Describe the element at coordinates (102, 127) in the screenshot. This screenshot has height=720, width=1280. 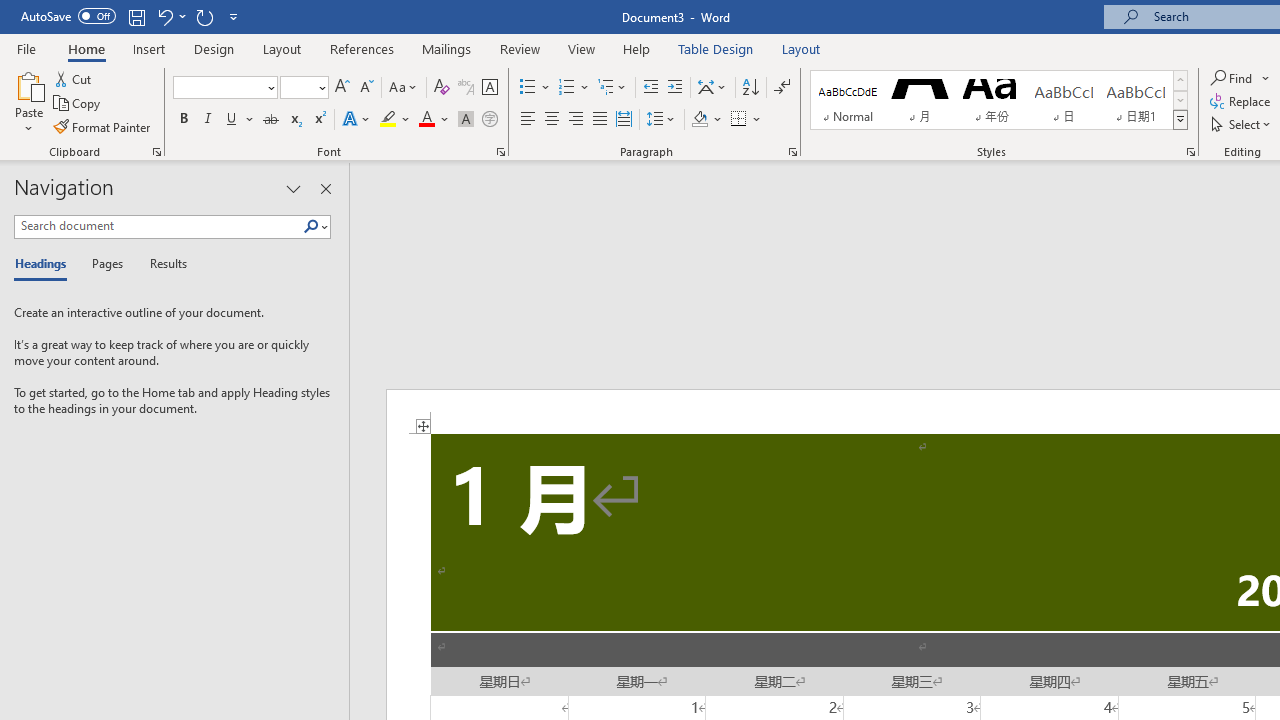
I see `'Format Painter'` at that location.